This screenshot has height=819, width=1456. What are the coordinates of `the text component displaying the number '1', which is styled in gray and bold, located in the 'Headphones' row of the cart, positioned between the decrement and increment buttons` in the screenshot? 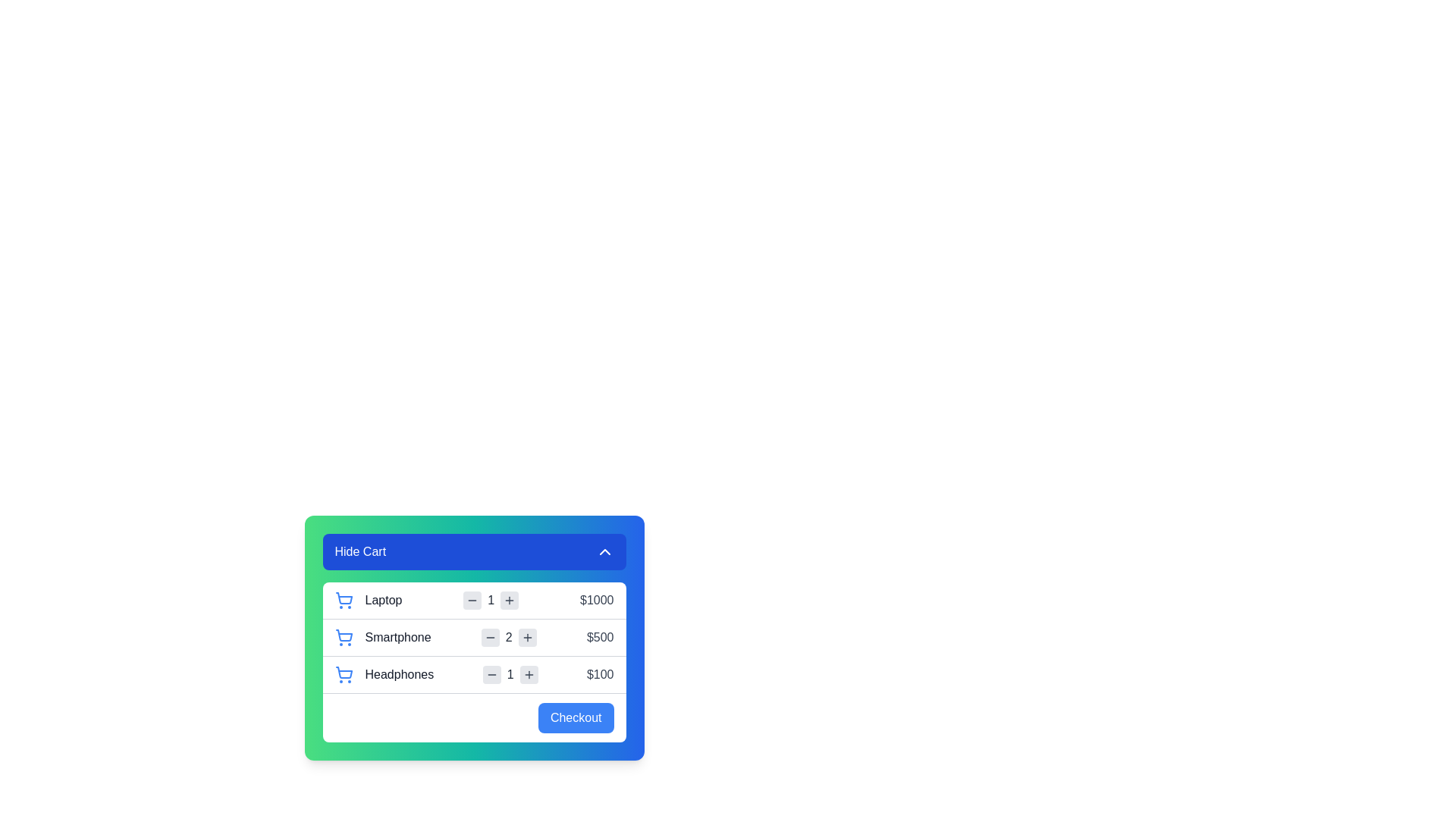 It's located at (510, 674).